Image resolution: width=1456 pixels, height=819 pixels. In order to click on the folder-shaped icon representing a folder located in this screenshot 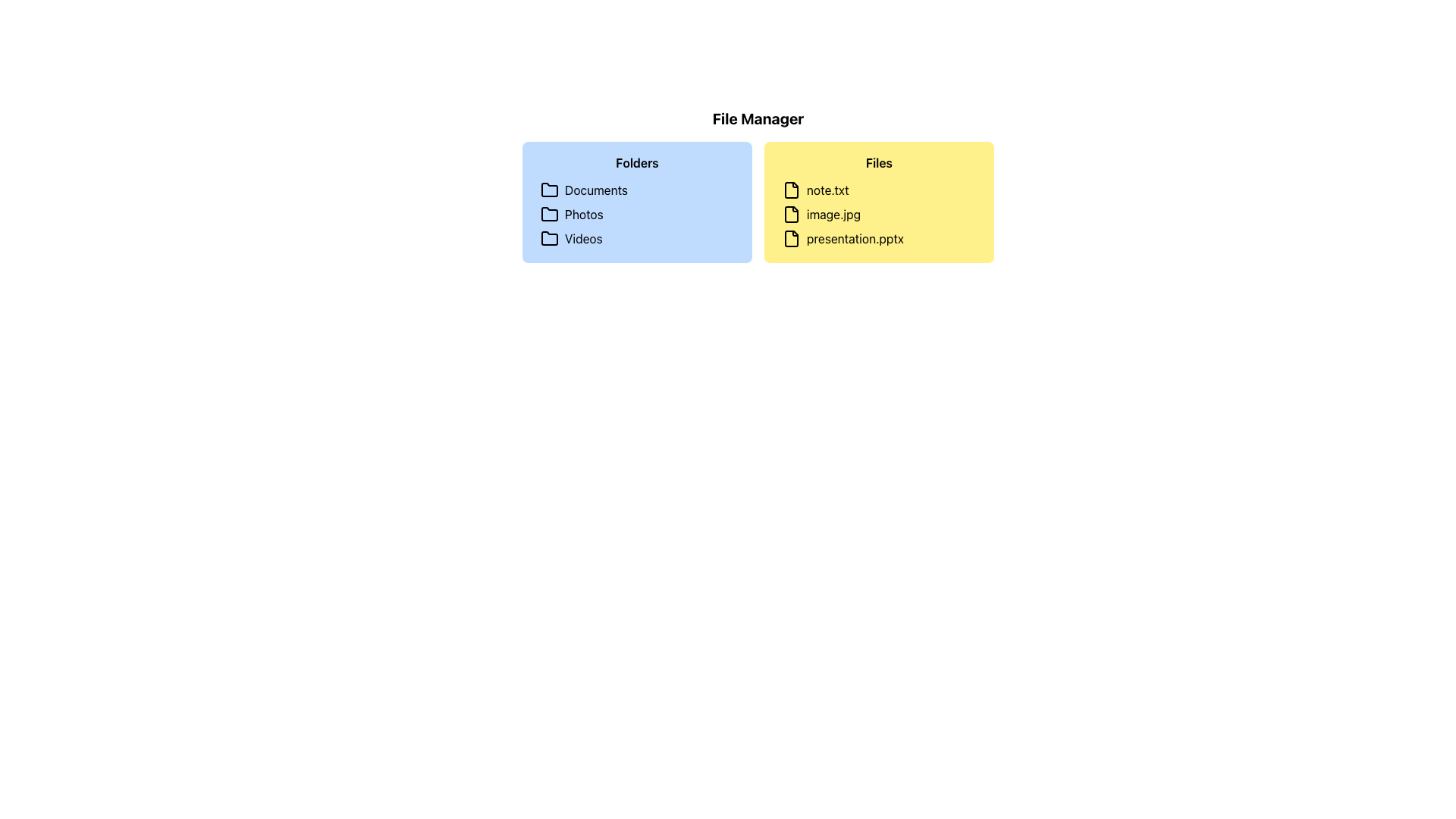, I will do `click(548, 214)`.